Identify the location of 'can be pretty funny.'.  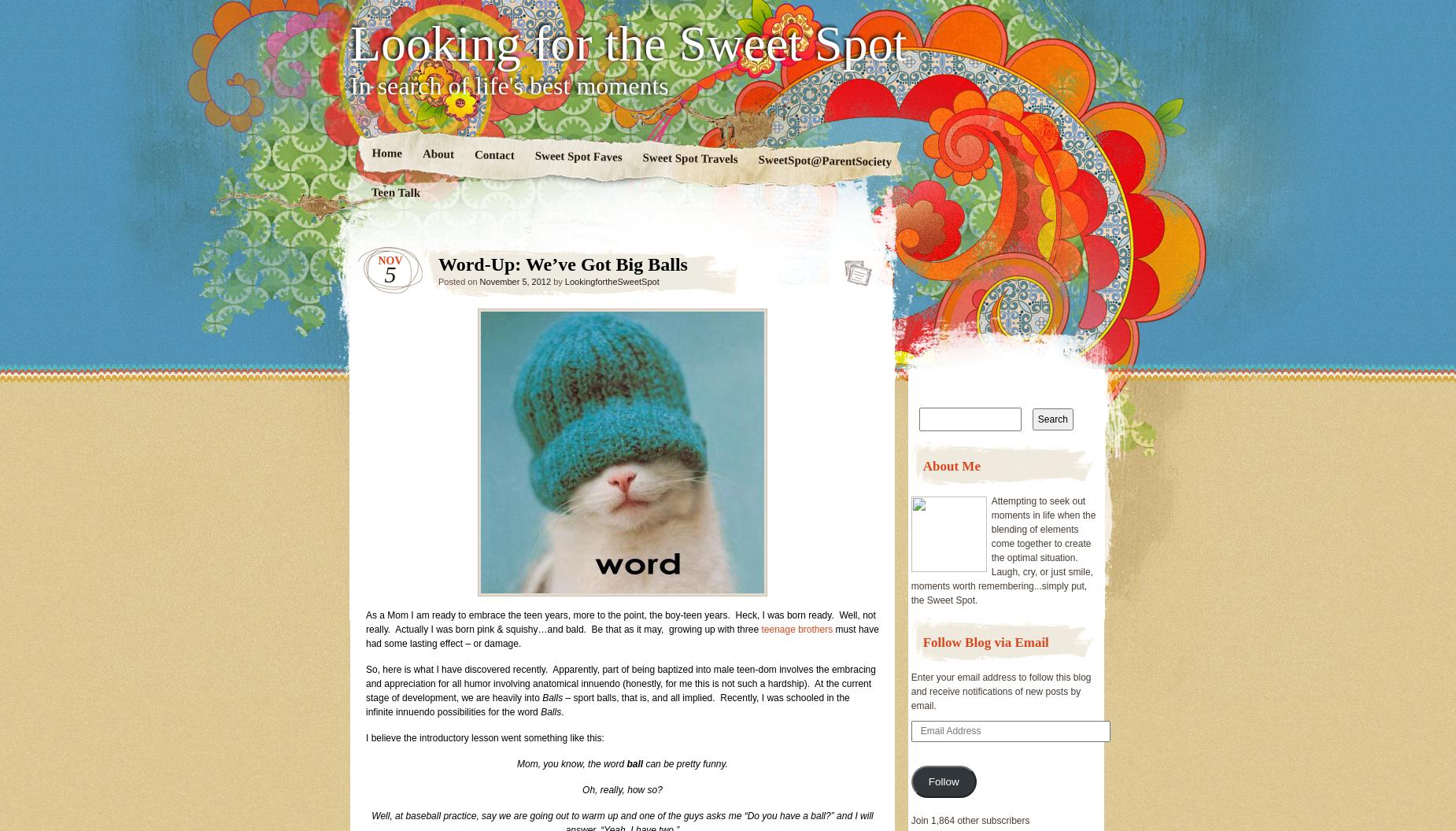
(685, 763).